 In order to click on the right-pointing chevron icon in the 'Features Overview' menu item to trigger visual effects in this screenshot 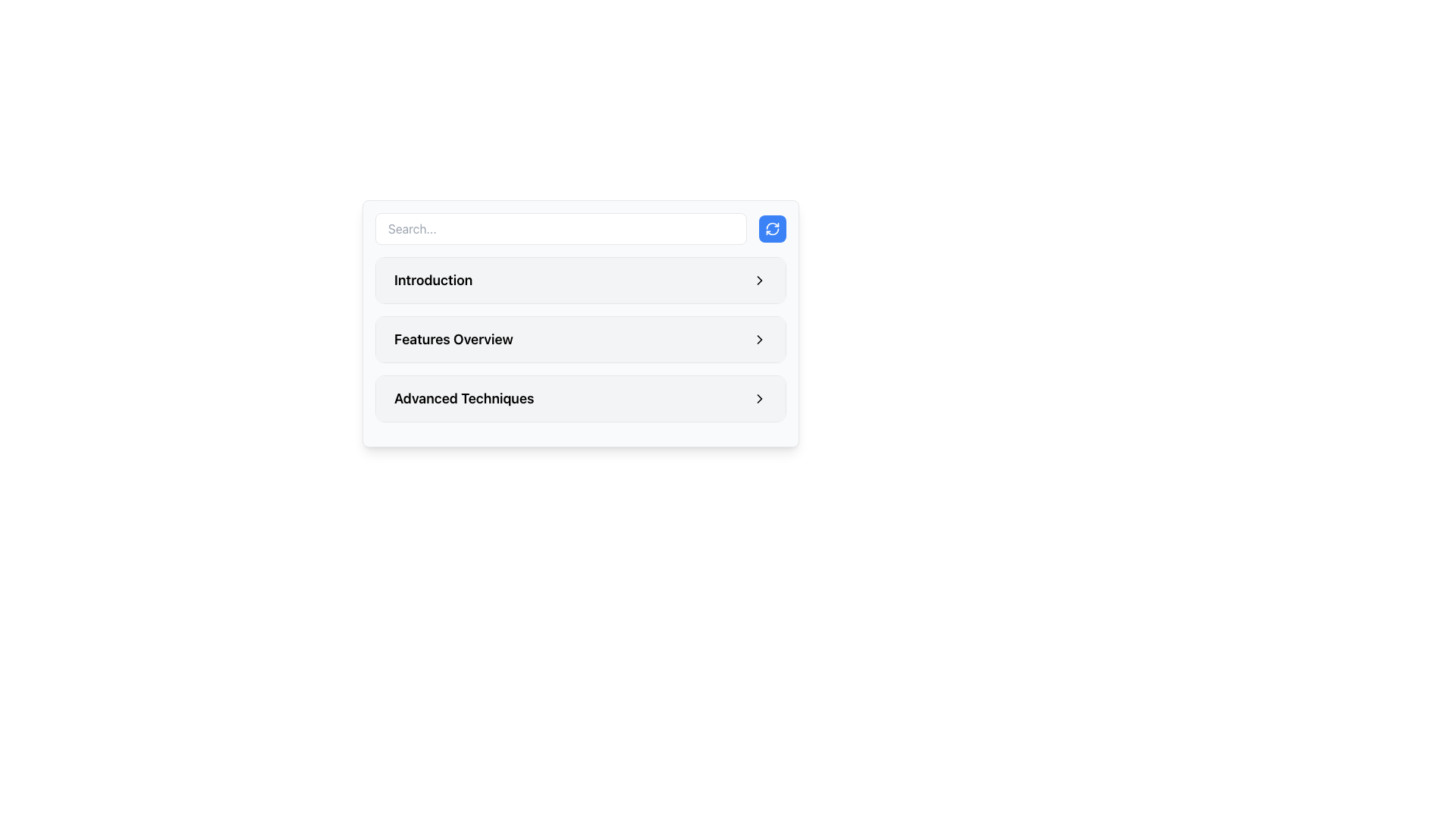, I will do `click(760, 338)`.